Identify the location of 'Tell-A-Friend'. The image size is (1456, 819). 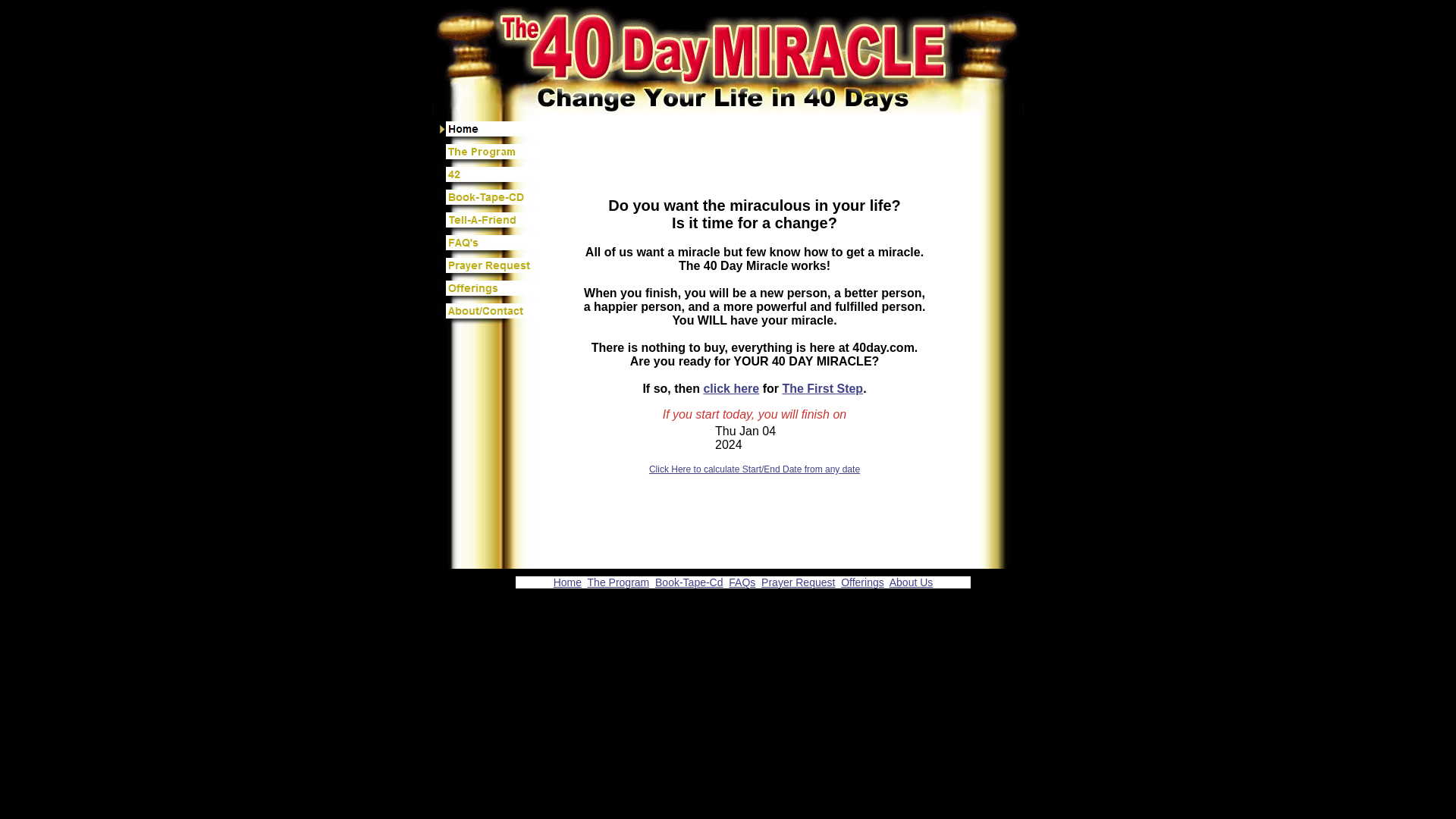
(488, 223).